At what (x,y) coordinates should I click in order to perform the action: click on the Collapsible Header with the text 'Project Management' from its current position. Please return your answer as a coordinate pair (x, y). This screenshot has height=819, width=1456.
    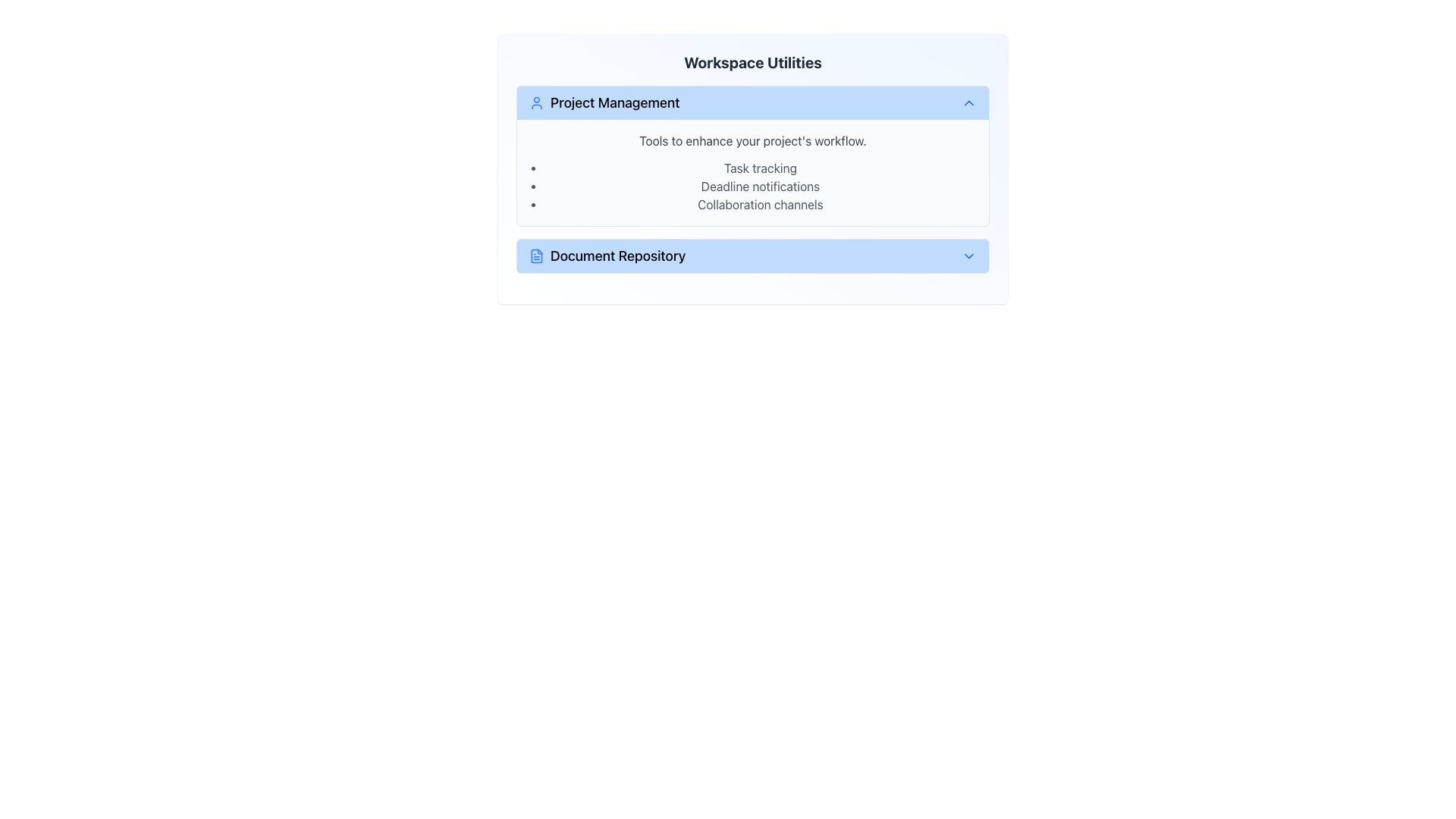
    Looking at the image, I should click on (753, 102).